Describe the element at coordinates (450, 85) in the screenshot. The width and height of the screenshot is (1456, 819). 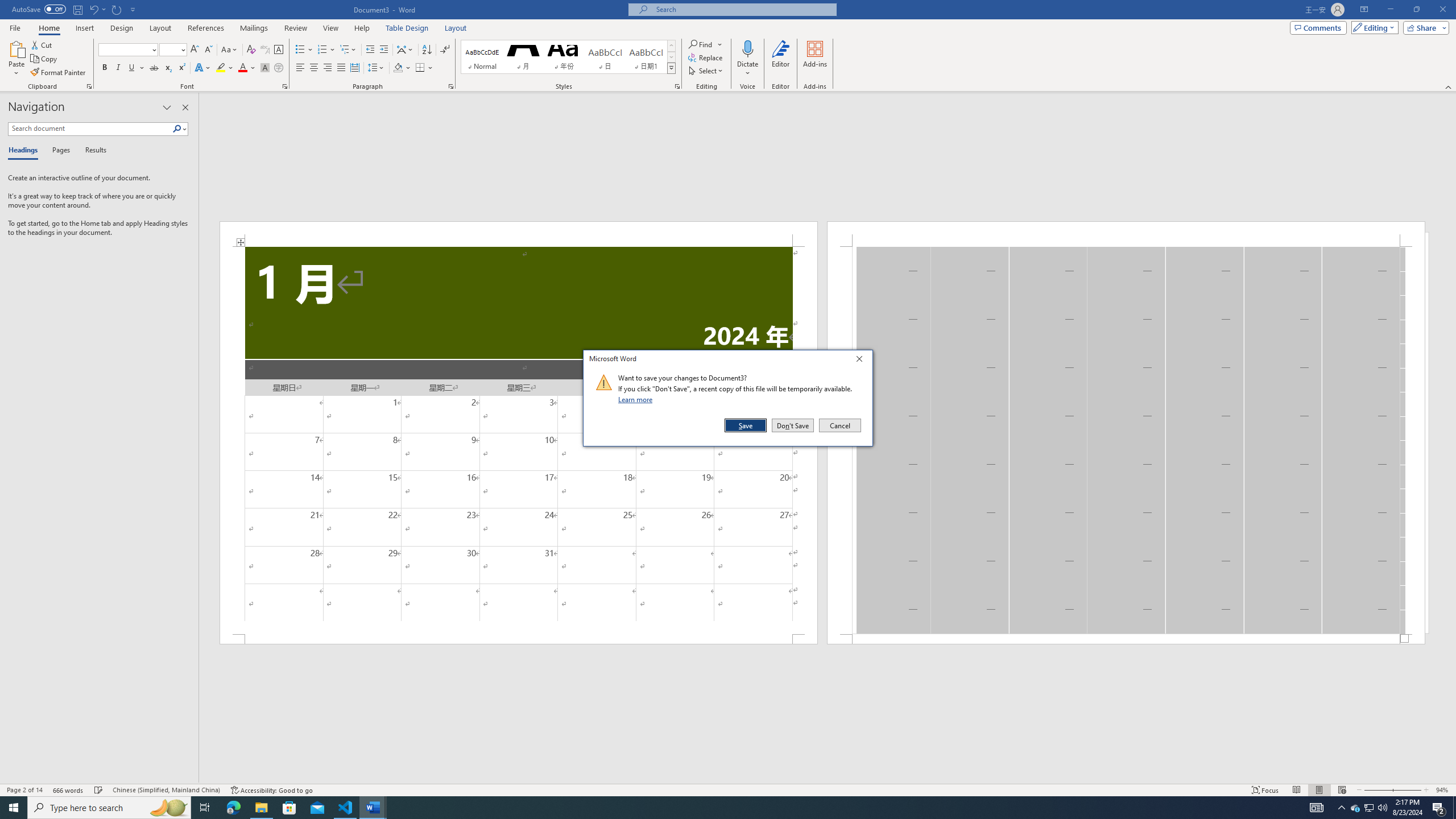
I see `'Paragraph...'` at that location.